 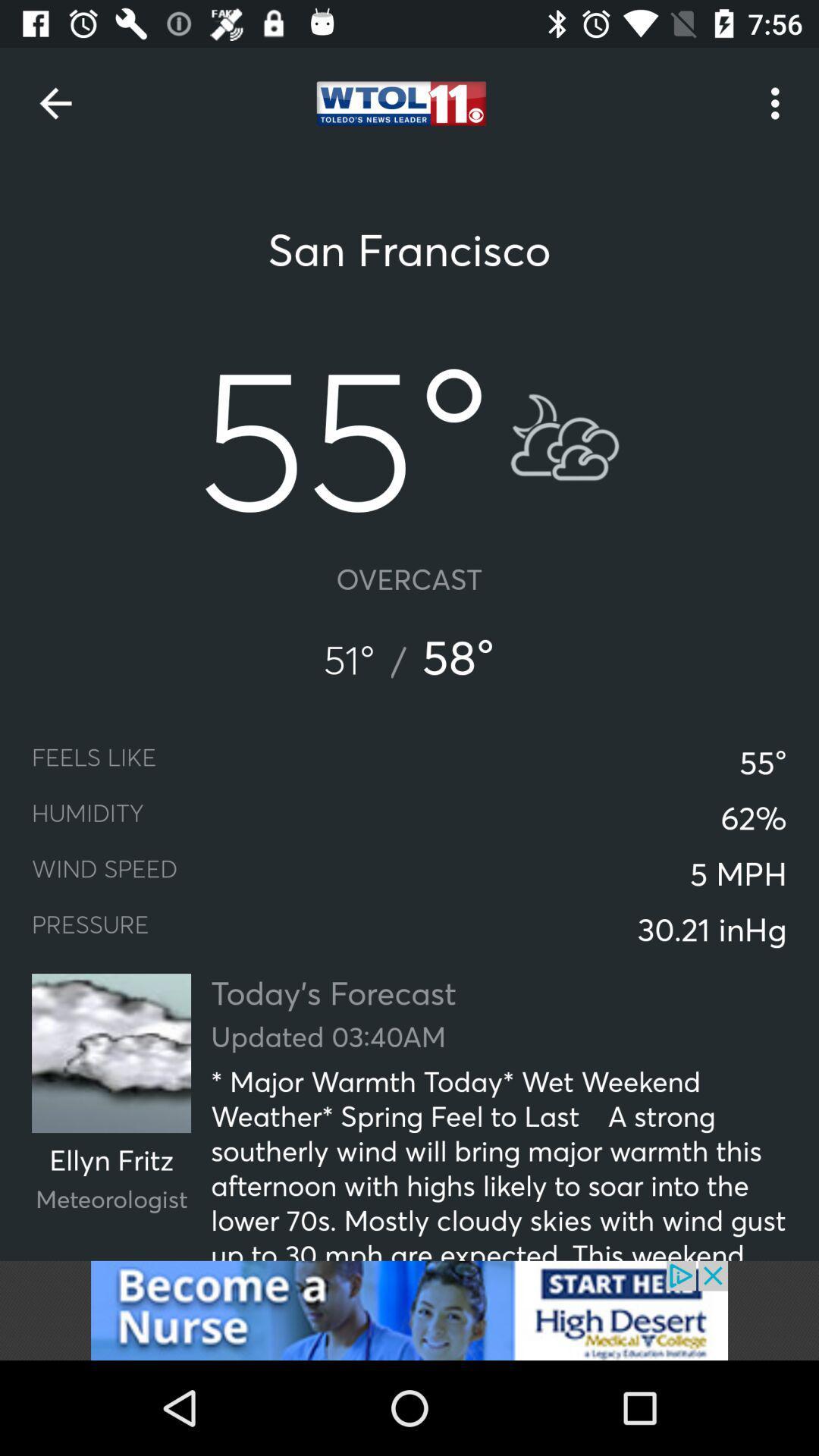 What do you see at coordinates (409, 1310) in the screenshot?
I see `image` at bounding box center [409, 1310].